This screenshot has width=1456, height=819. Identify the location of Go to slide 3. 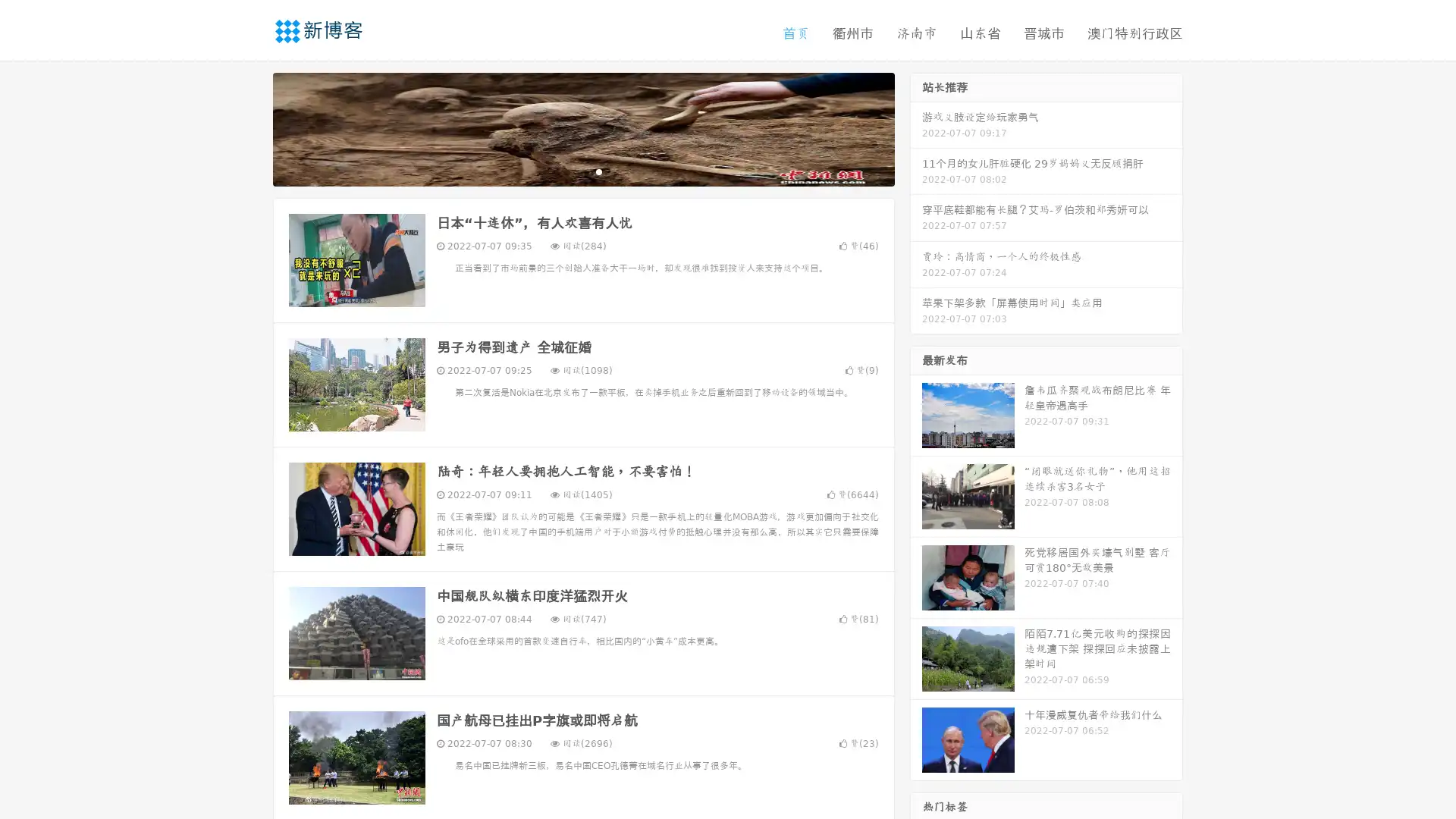
(598, 171).